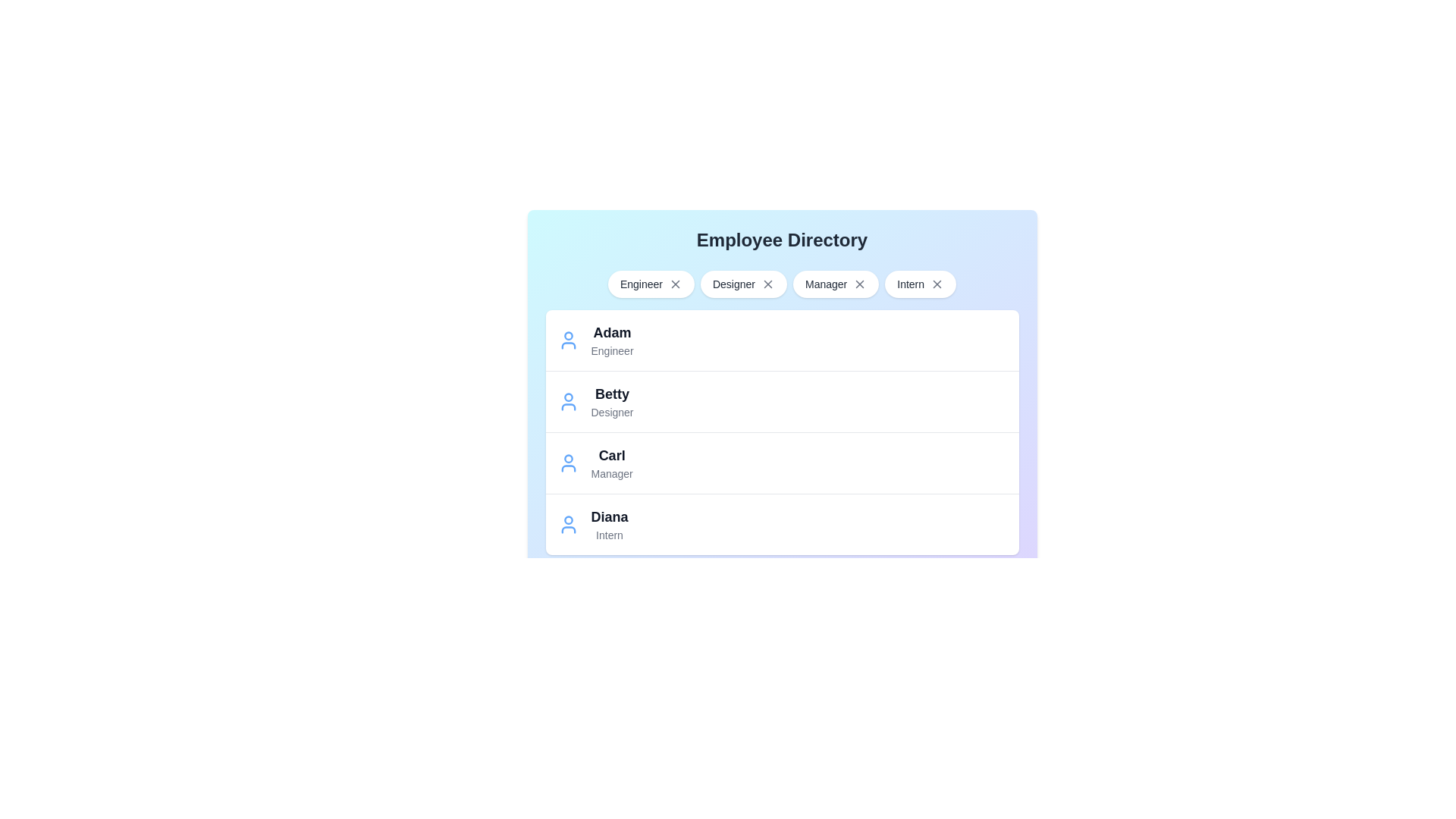  What do you see at coordinates (937, 284) in the screenshot?
I see `close button next to the role Intern to remove it` at bounding box center [937, 284].